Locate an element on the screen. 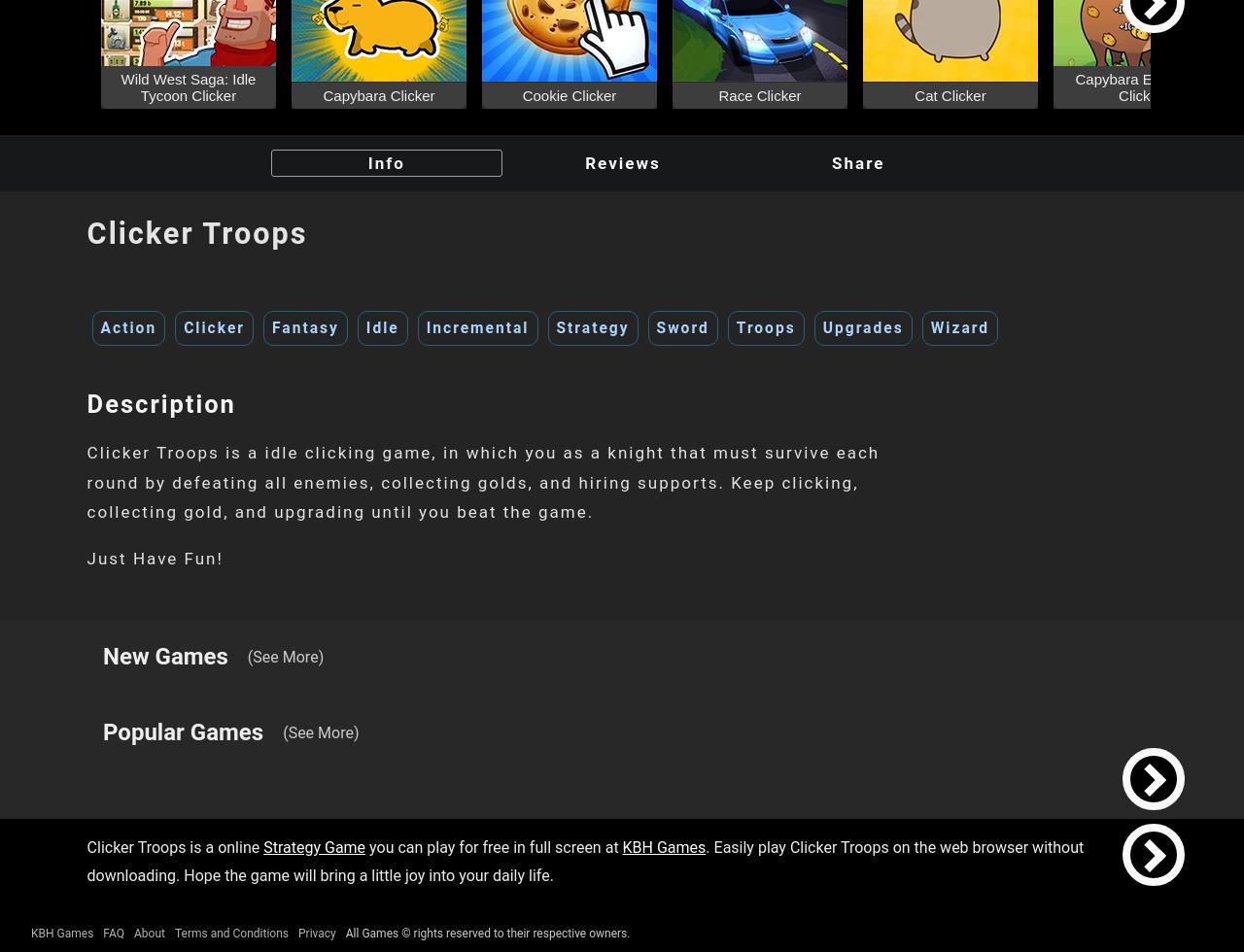 Image resolution: width=1244 pixels, height=952 pixels. 'Strategy' is located at coordinates (591, 327).